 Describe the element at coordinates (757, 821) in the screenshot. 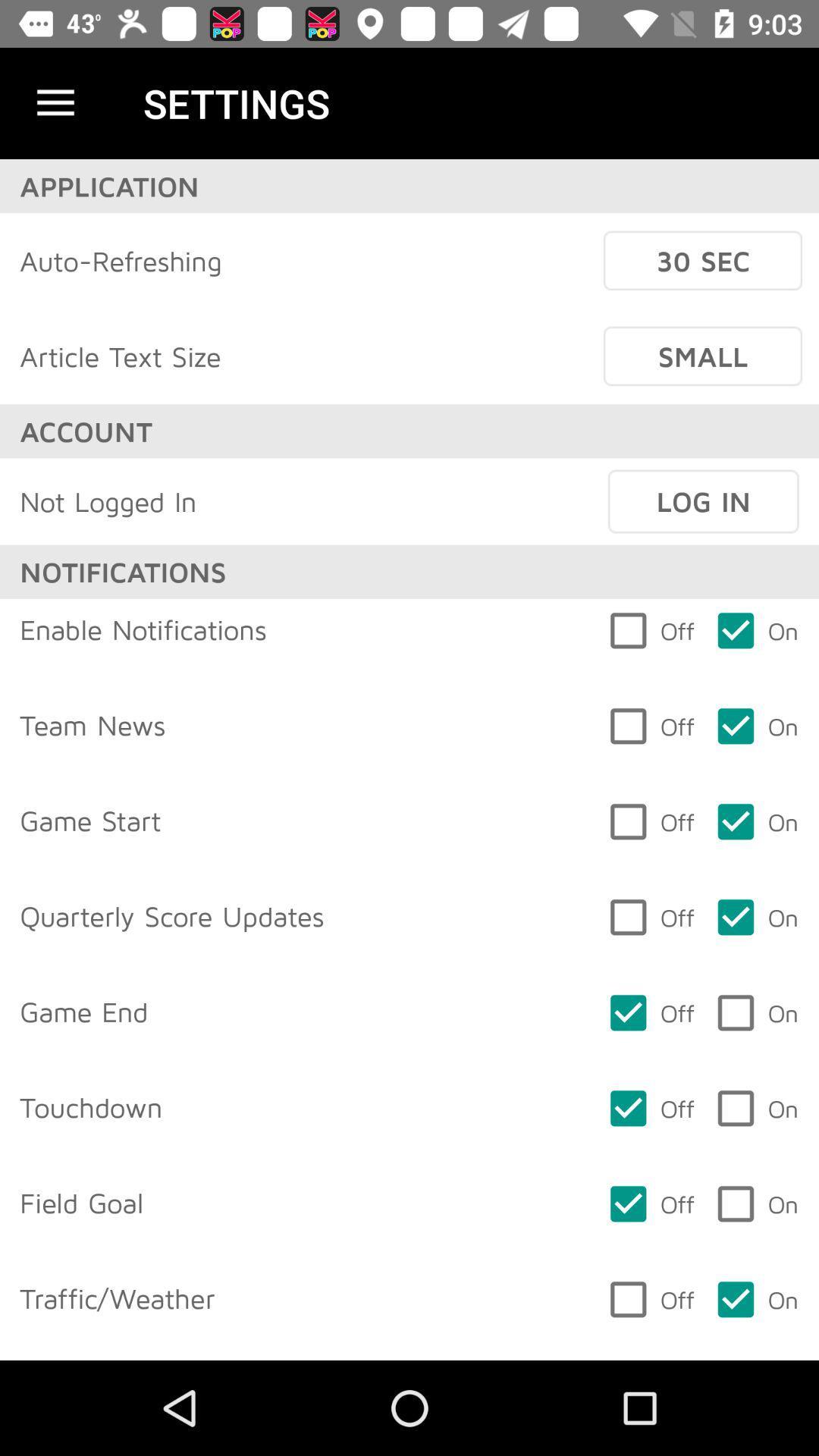

I see `the third green button from notifications` at that location.